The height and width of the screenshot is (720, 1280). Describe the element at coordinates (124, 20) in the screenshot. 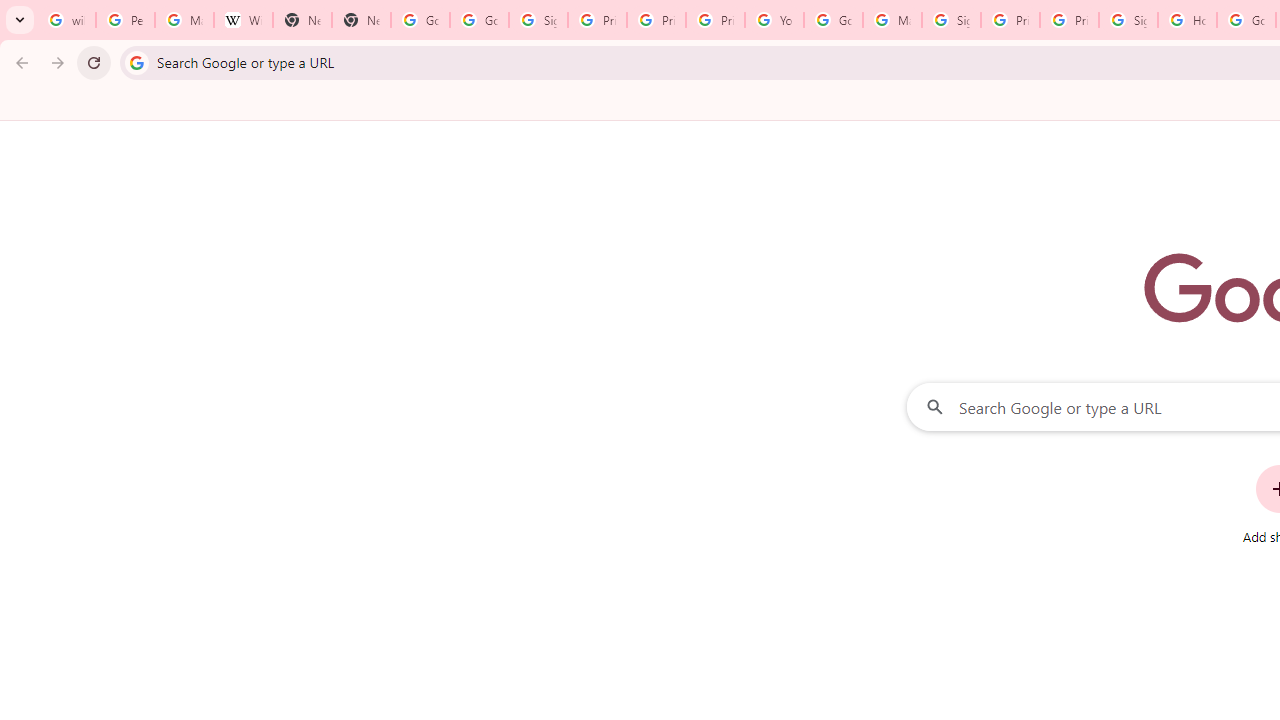

I see `'Personalization & Google Search results - Google Search Help'` at that location.